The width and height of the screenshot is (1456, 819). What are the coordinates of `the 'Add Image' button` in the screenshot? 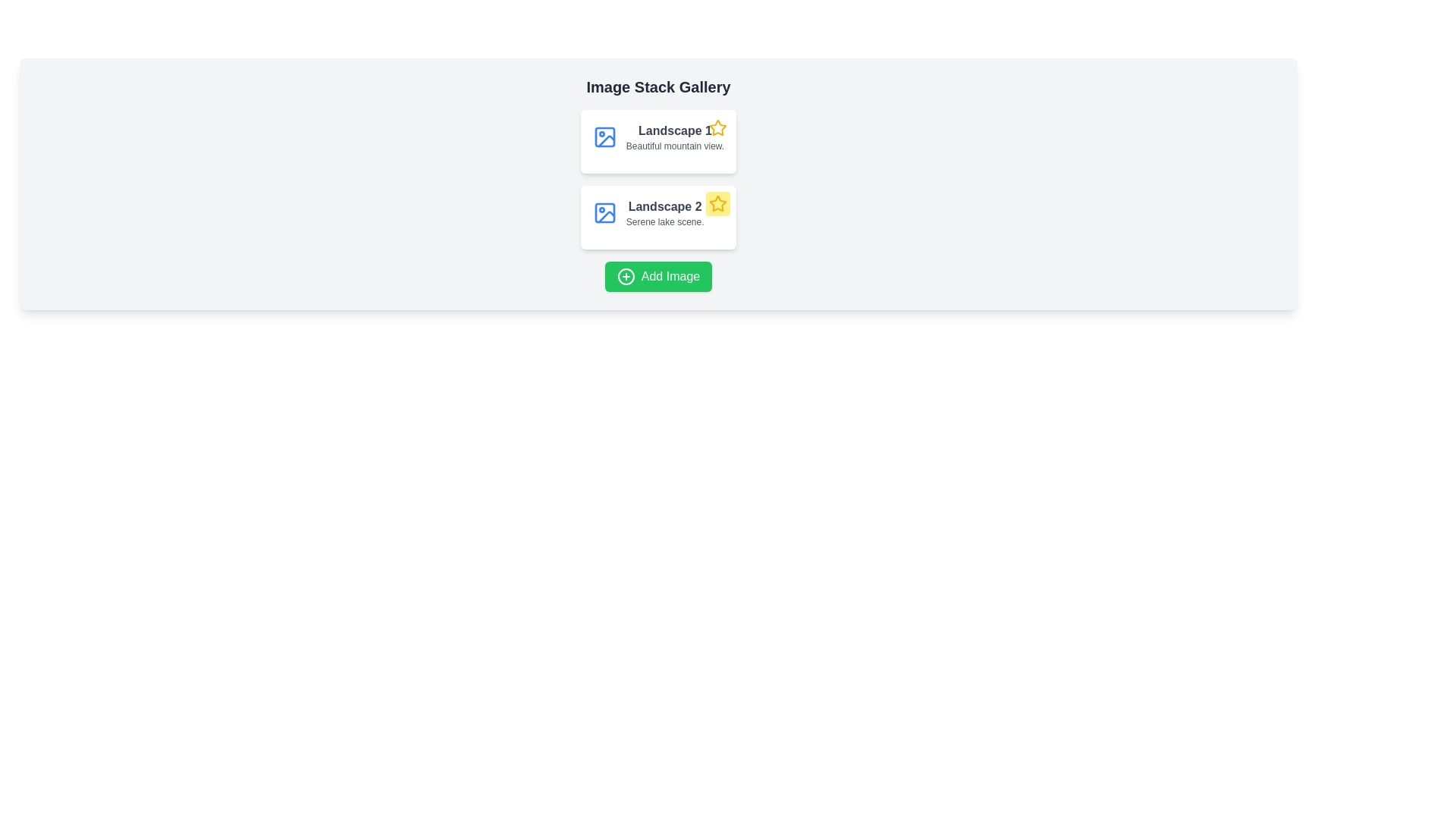 It's located at (658, 277).